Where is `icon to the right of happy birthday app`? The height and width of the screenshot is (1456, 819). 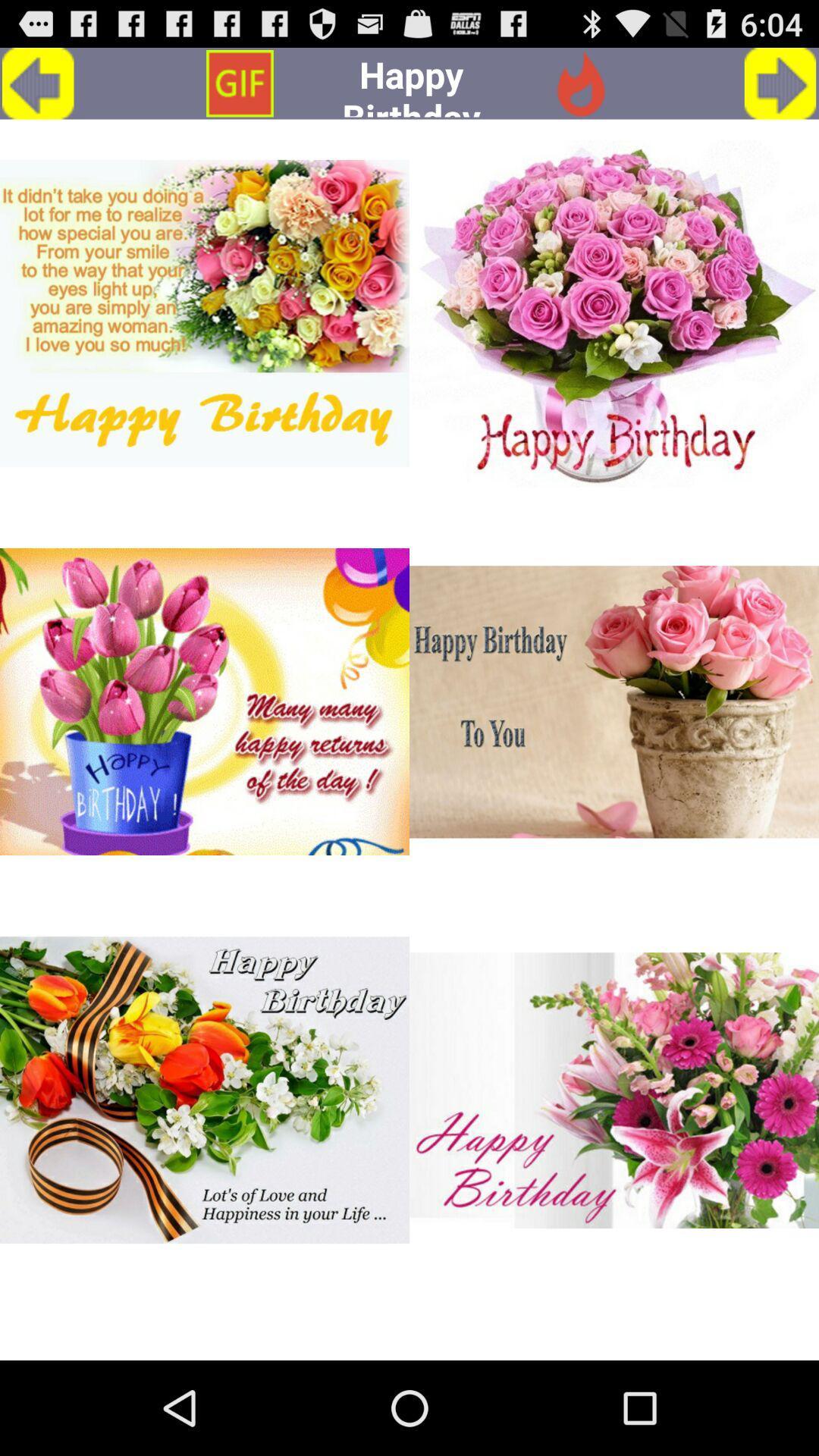
icon to the right of happy birthday app is located at coordinates (580, 83).